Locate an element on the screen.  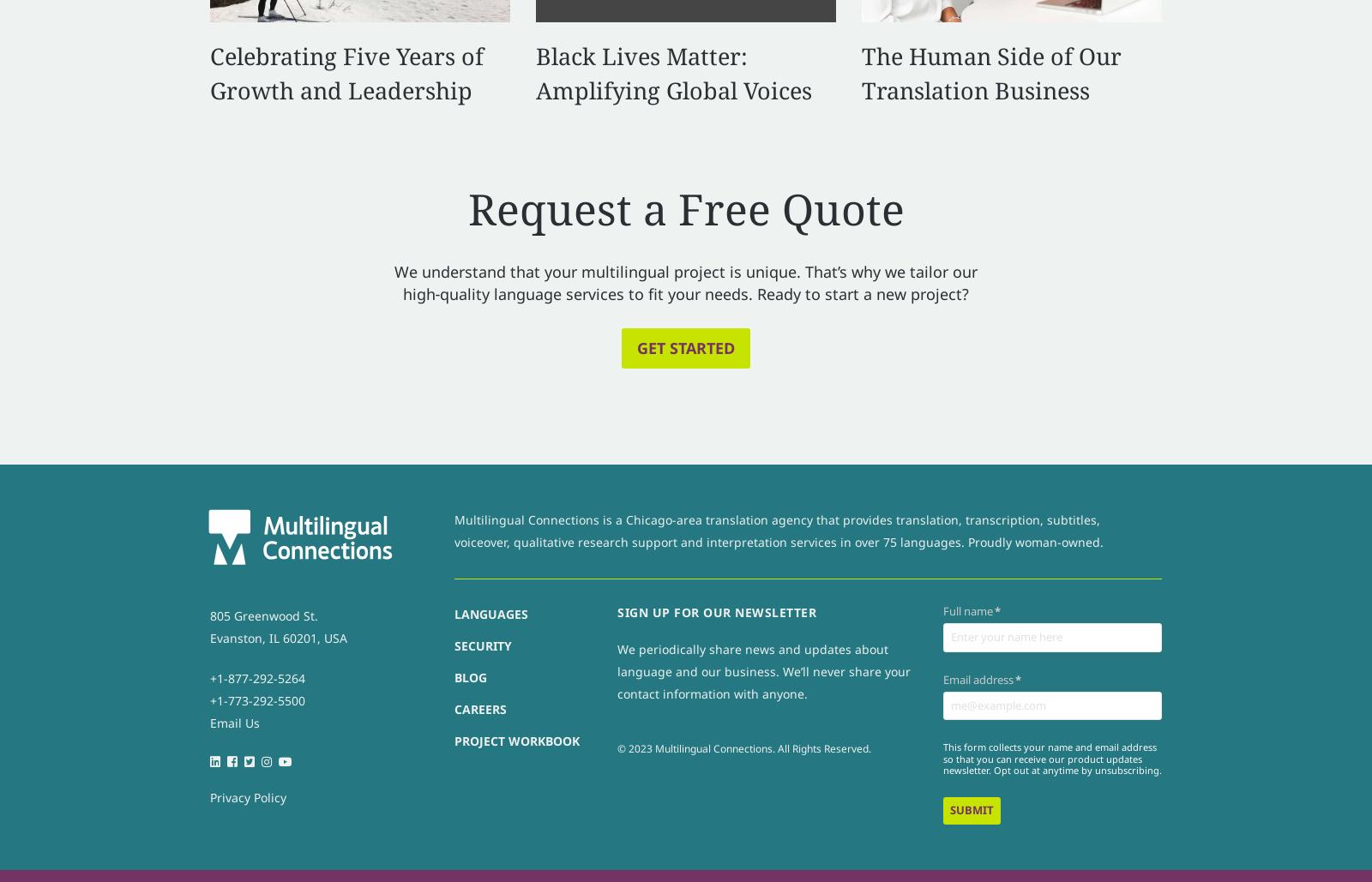
'Project Workbook' is located at coordinates (517, 740).